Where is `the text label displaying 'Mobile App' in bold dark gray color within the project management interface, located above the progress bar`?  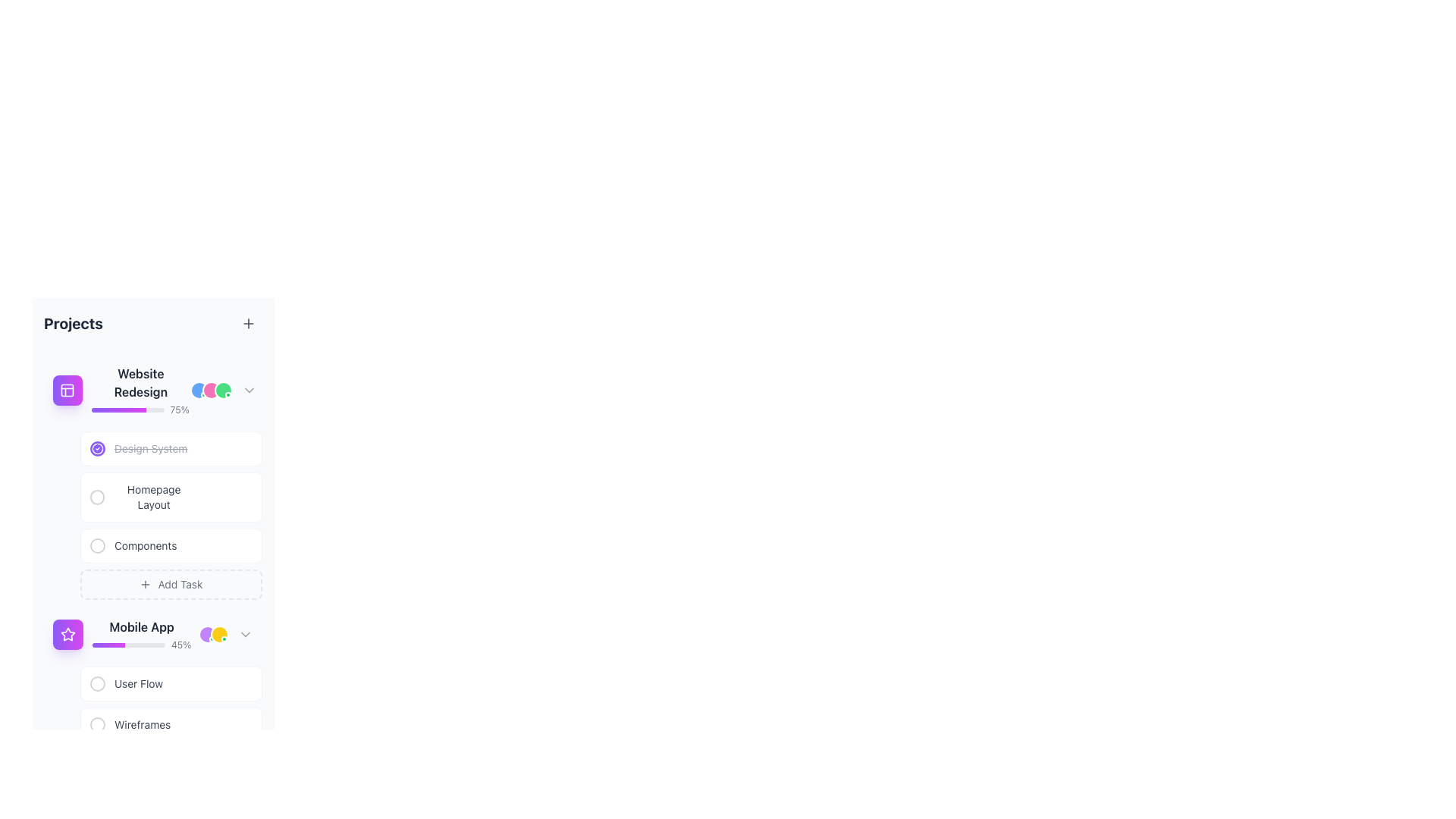 the text label displaying 'Mobile App' in bold dark gray color within the project management interface, located above the progress bar is located at coordinates (142, 626).